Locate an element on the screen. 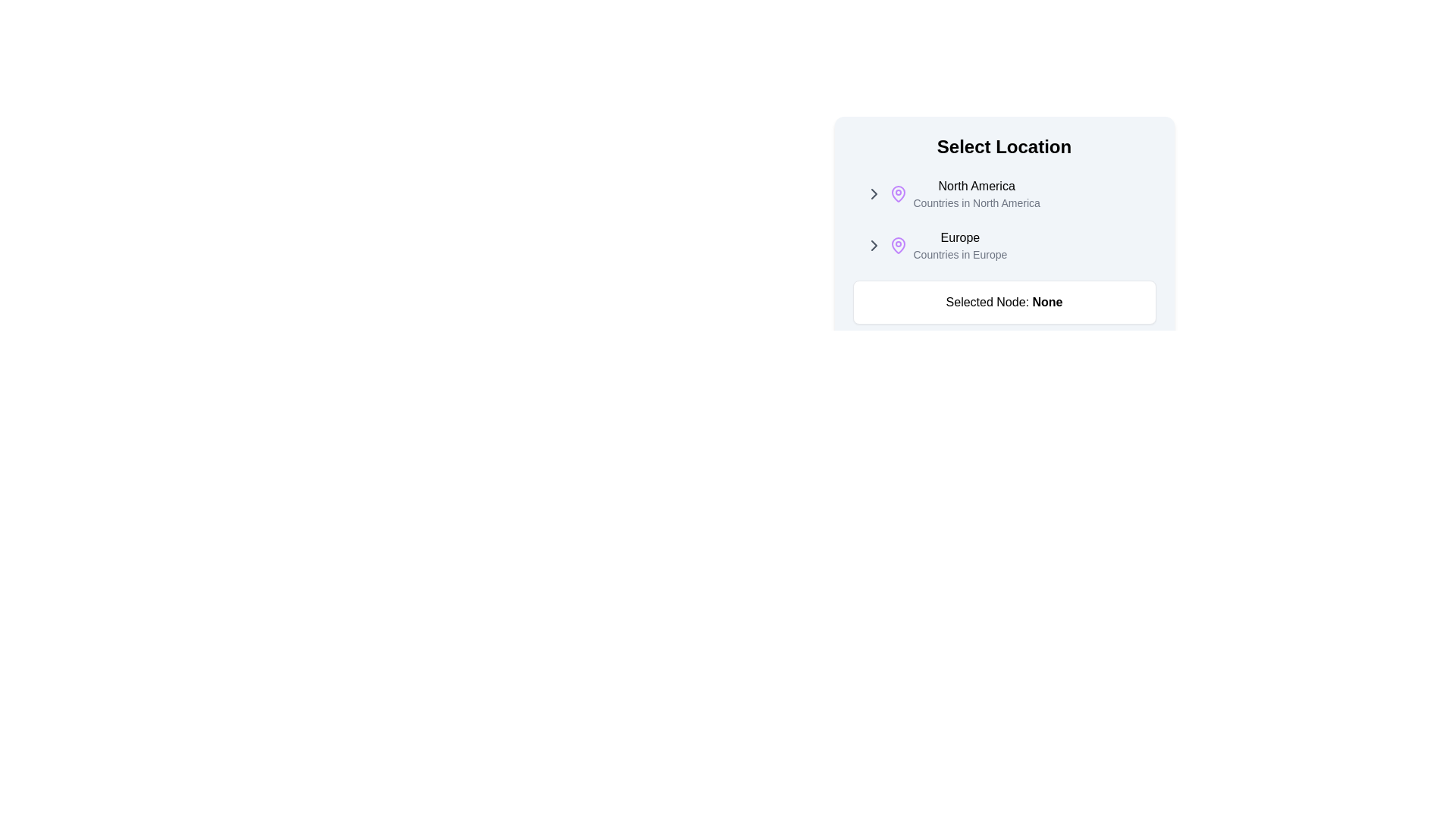  the header text label for the region 'North America' is located at coordinates (976, 186).